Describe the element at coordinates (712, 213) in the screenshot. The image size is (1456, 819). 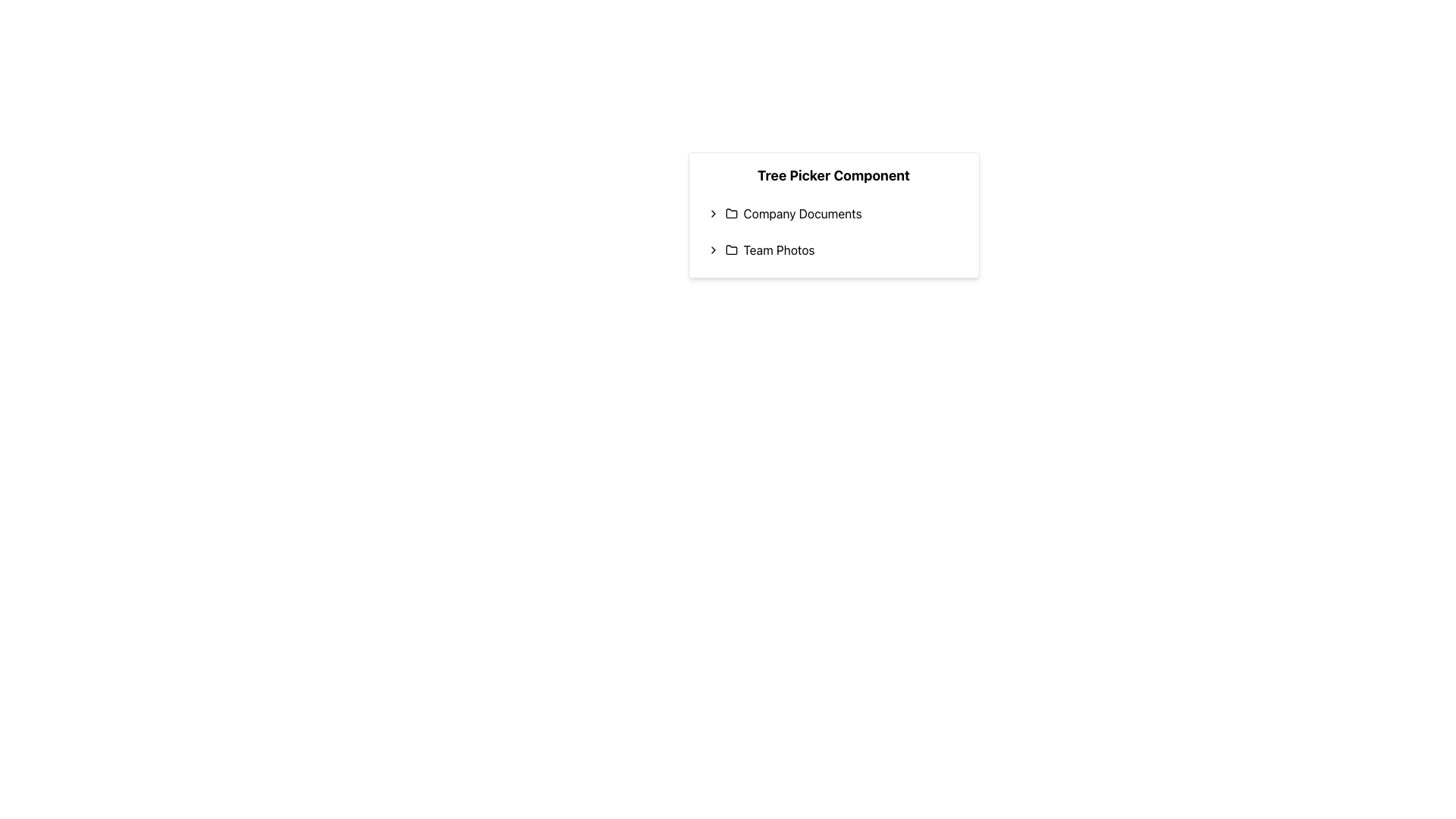
I see `the small right-facing chevron icon with a bold black stroke, which is located to the left of the label 'Company Documents'` at that location.